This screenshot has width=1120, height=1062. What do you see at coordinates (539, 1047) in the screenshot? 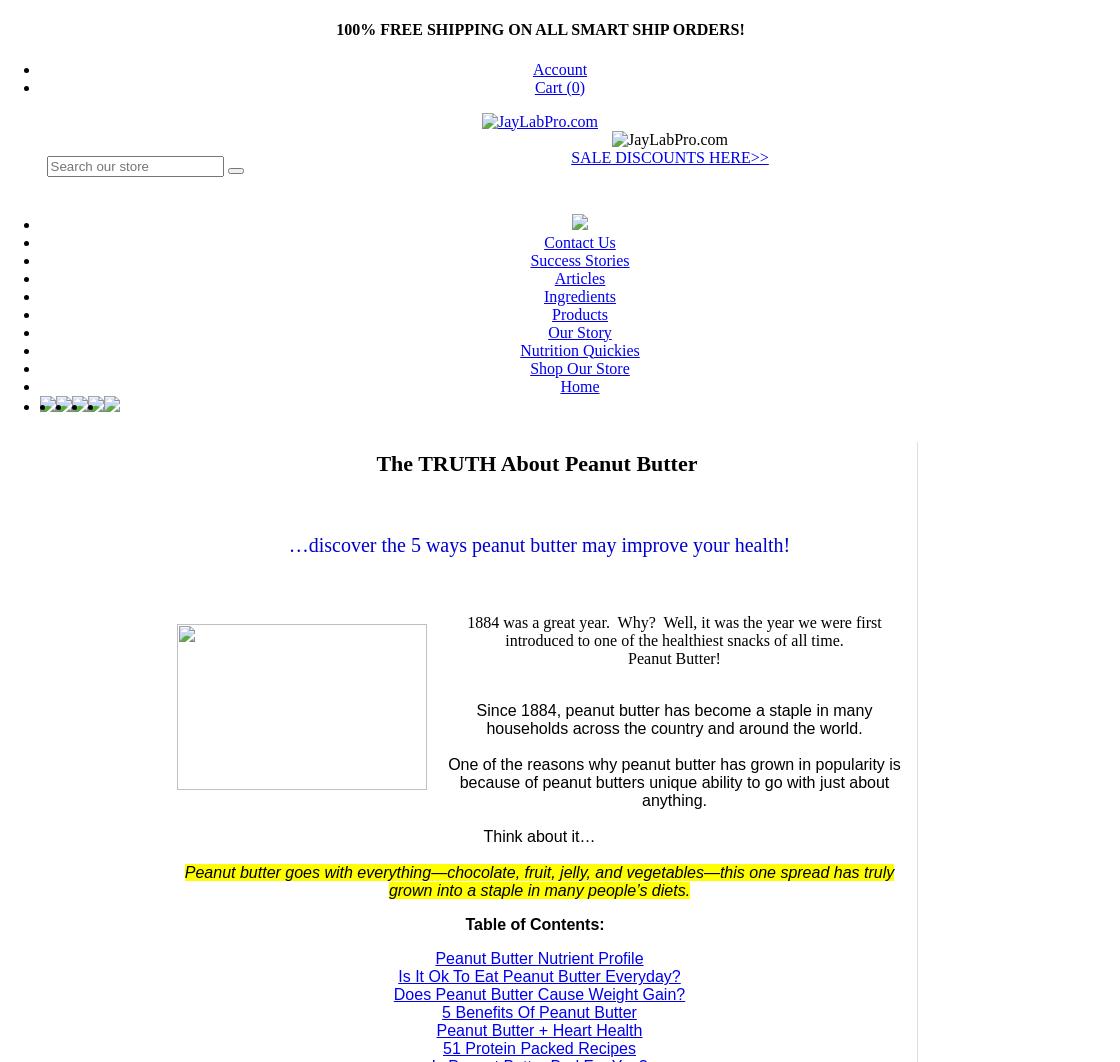
I see `'51 Protein Packed Recipes'` at bounding box center [539, 1047].